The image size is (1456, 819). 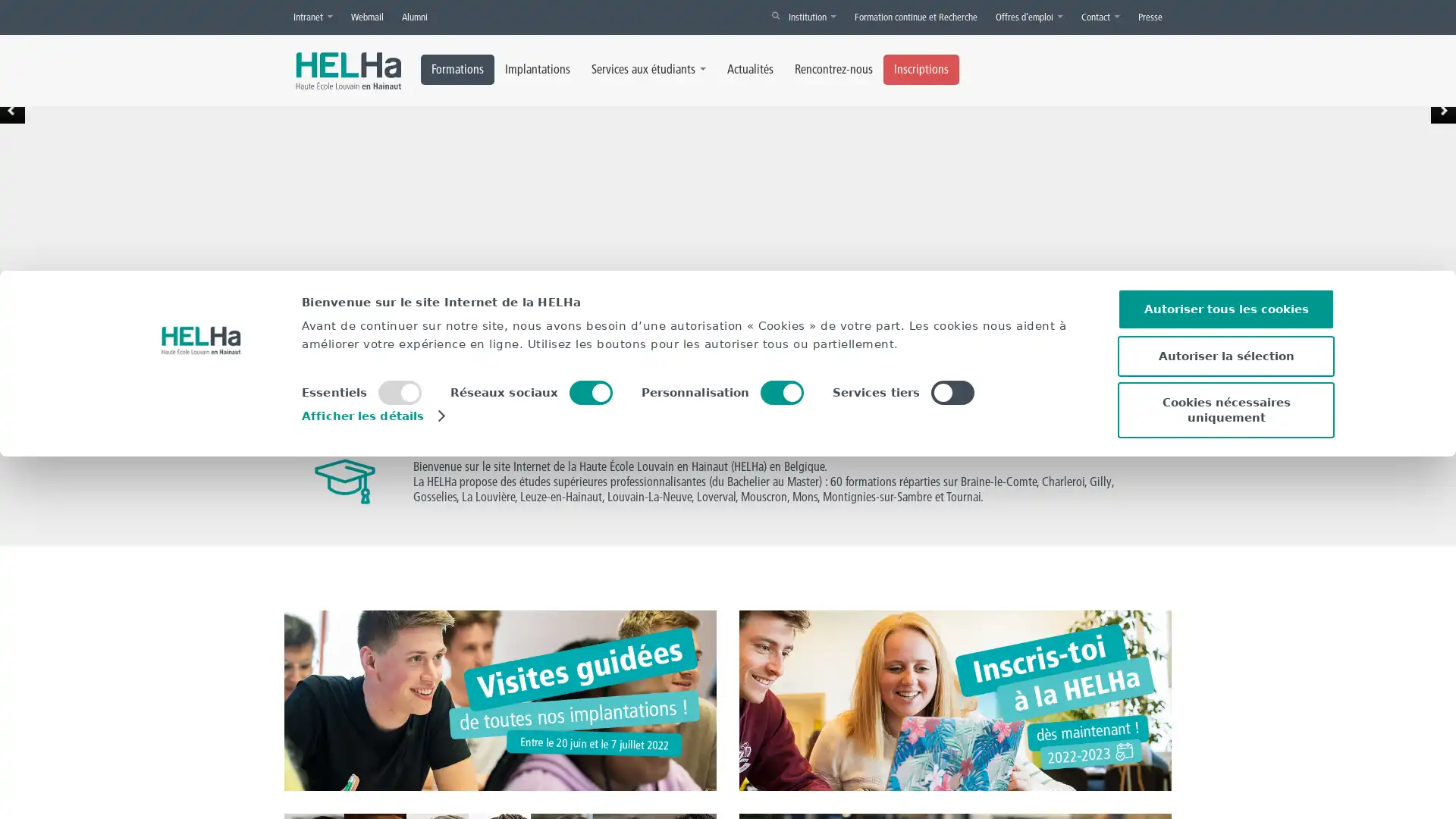 What do you see at coordinates (1226, 772) in the screenshot?
I see `Cookies necessaires uniquement` at bounding box center [1226, 772].